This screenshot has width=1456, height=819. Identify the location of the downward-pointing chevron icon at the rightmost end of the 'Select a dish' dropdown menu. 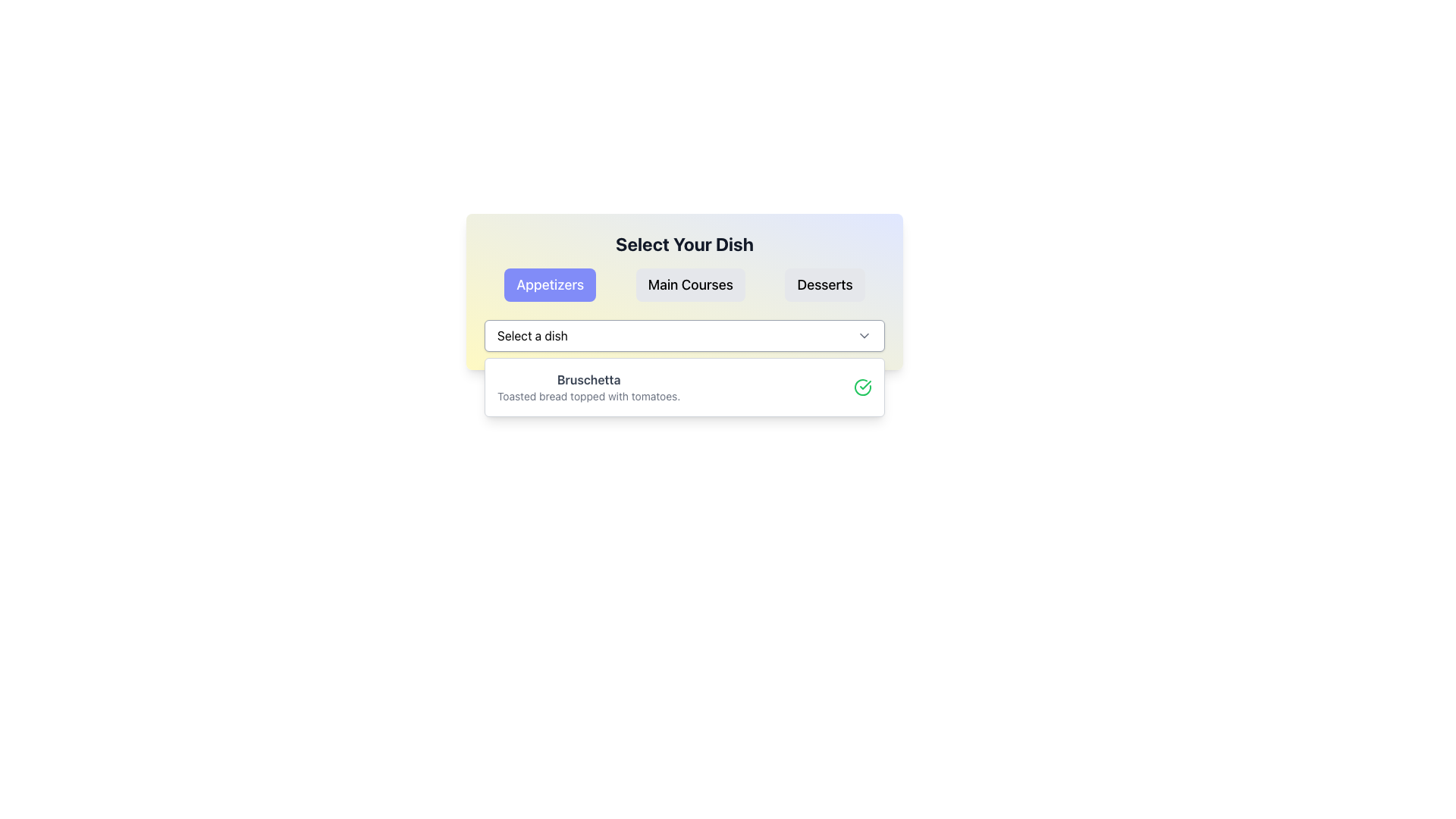
(864, 335).